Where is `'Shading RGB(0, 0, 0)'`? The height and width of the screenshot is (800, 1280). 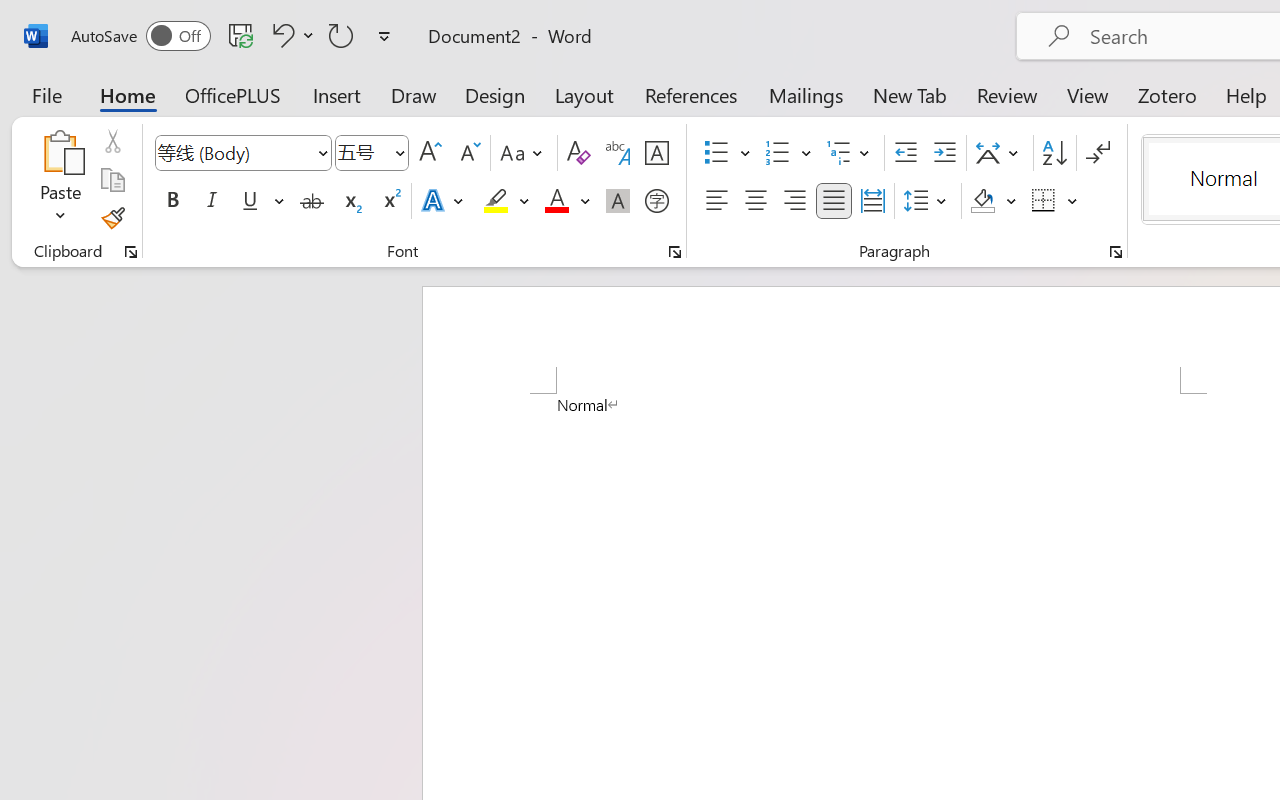
'Shading RGB(0, 0, 0)' is located at coordinates (983, 201).